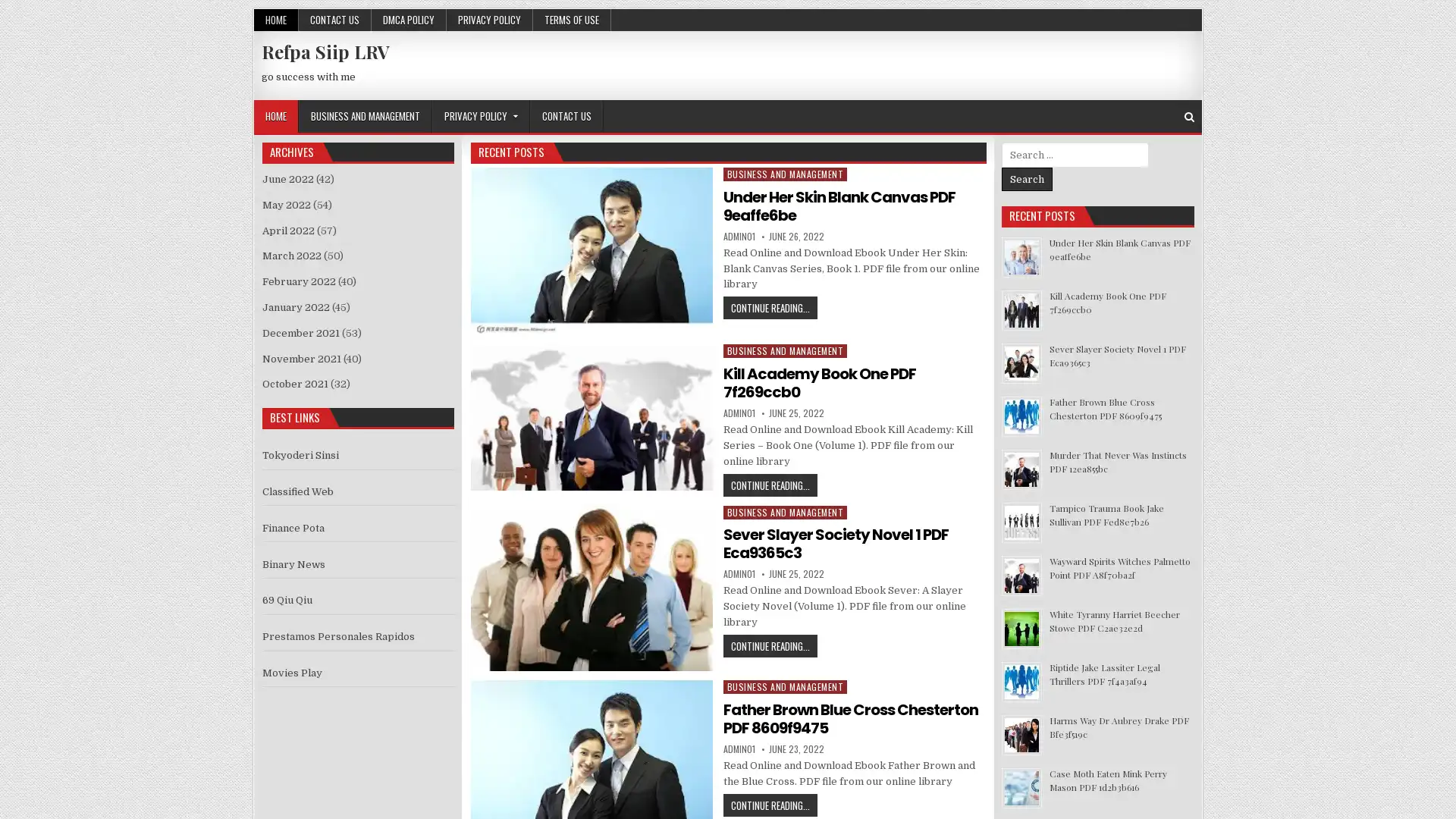  What do you see at coordinates (1027, 178) in the screenshot?
I see `Search` at bounding box center [1027, 178].